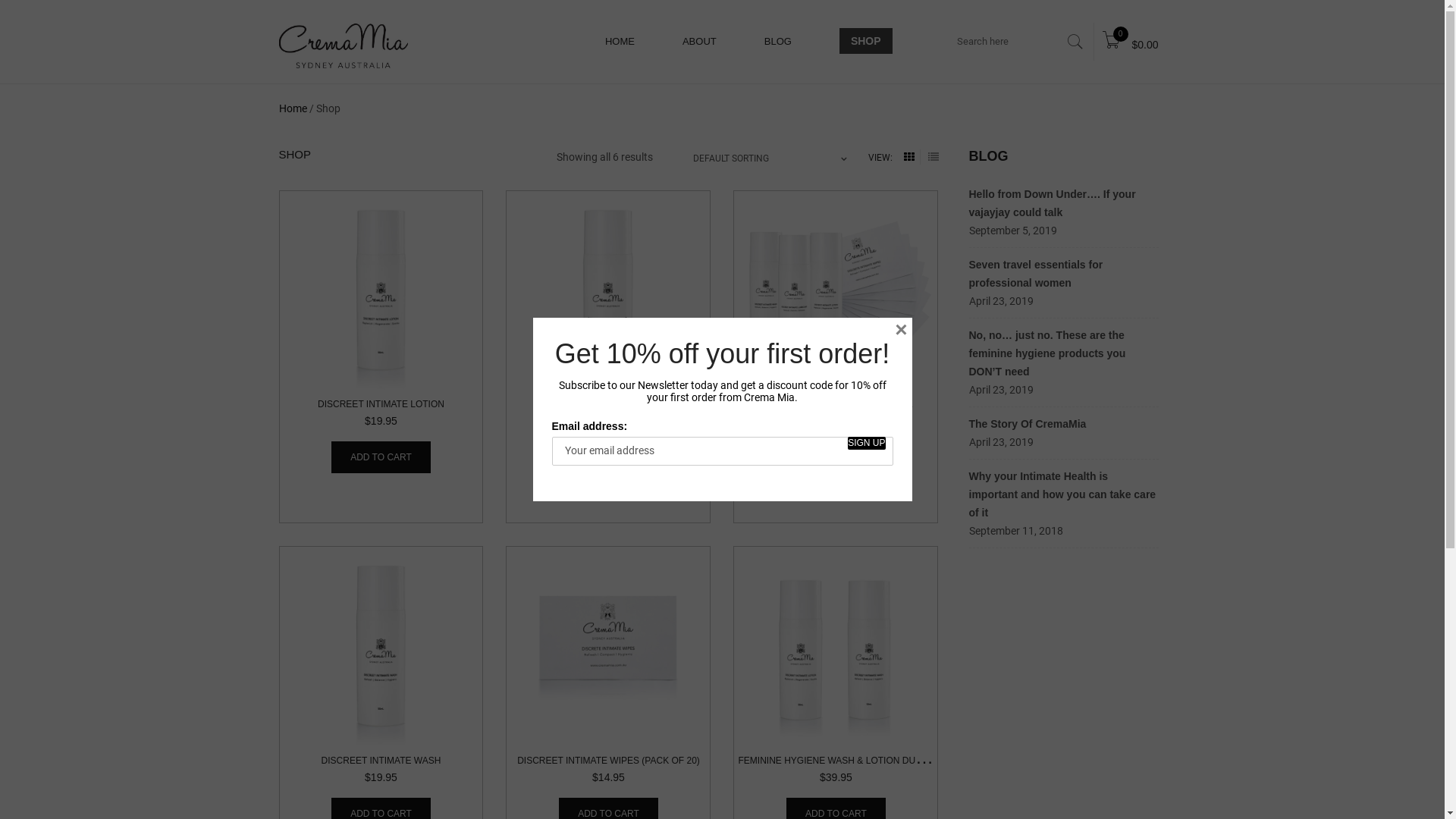  I want to click on 'HOME', so click(620, 40).